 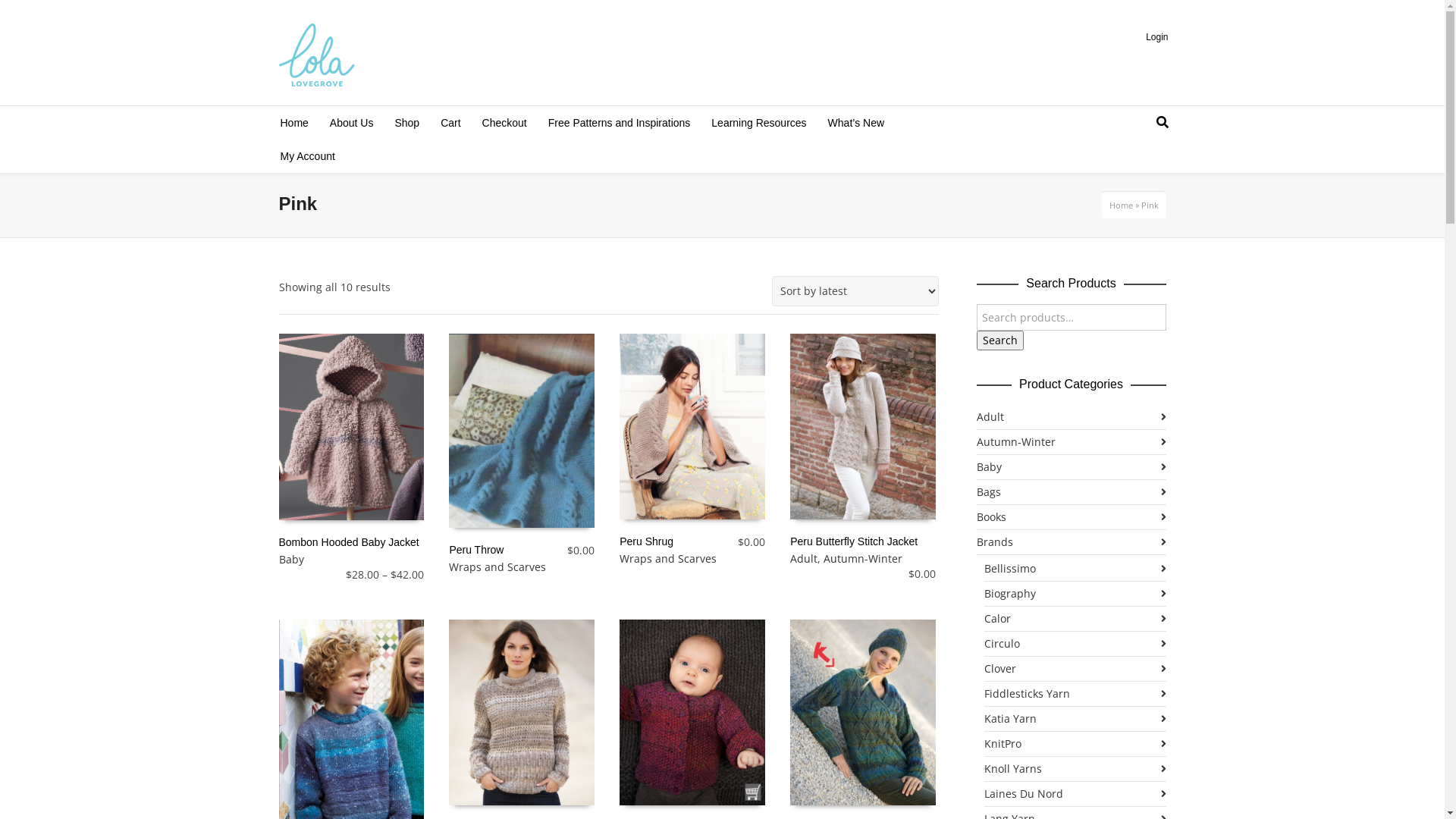 What do you see at coordinates (1070, 417) in the screenshot?
I see `'Adult'` at bounding box center [1070, 417].